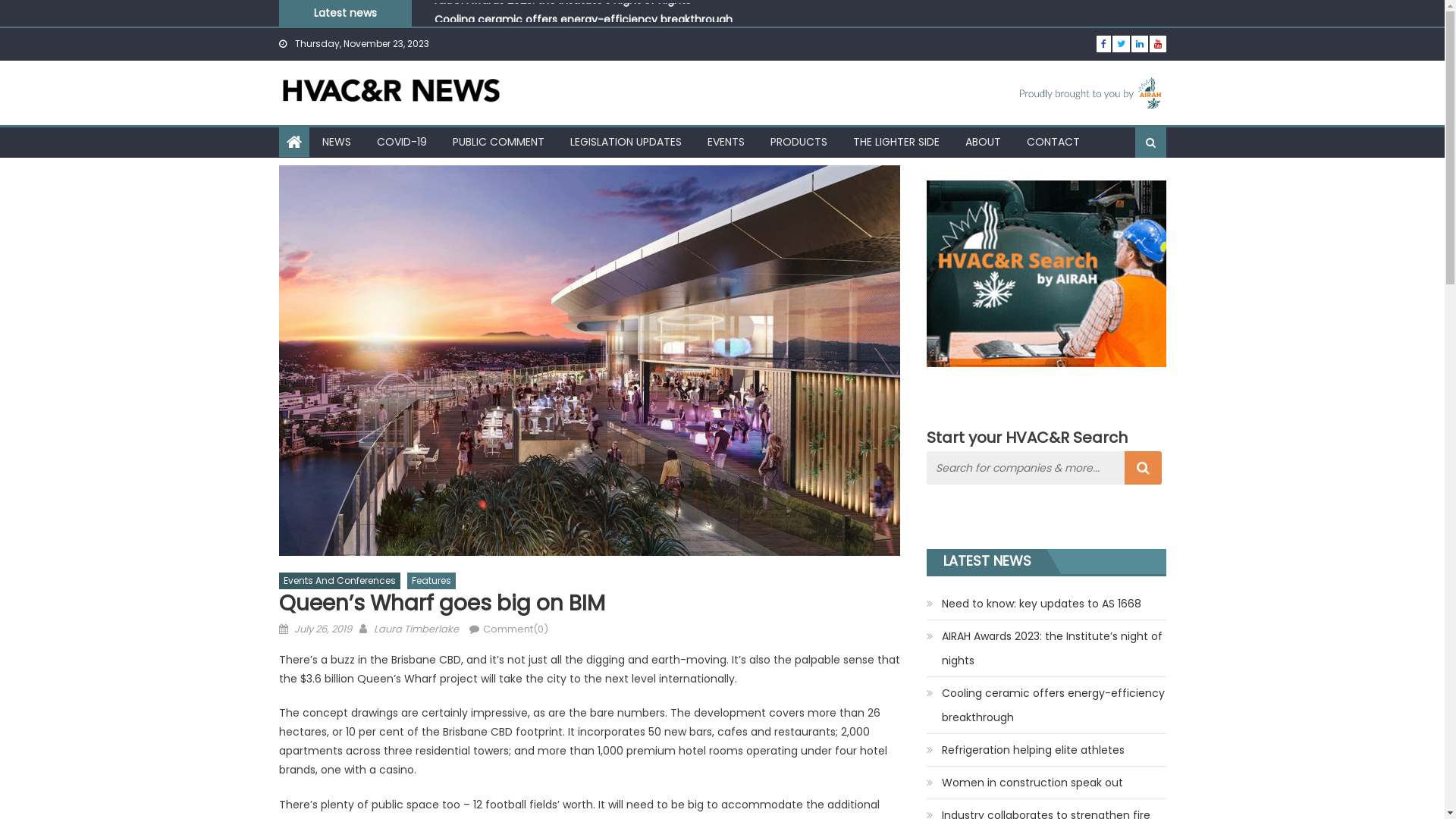 The image size is (1456, 819). What do you see at coordinates (514, 629) in the screenshot?
I see `'Comment(0)'` at bounding box center [514, 629].